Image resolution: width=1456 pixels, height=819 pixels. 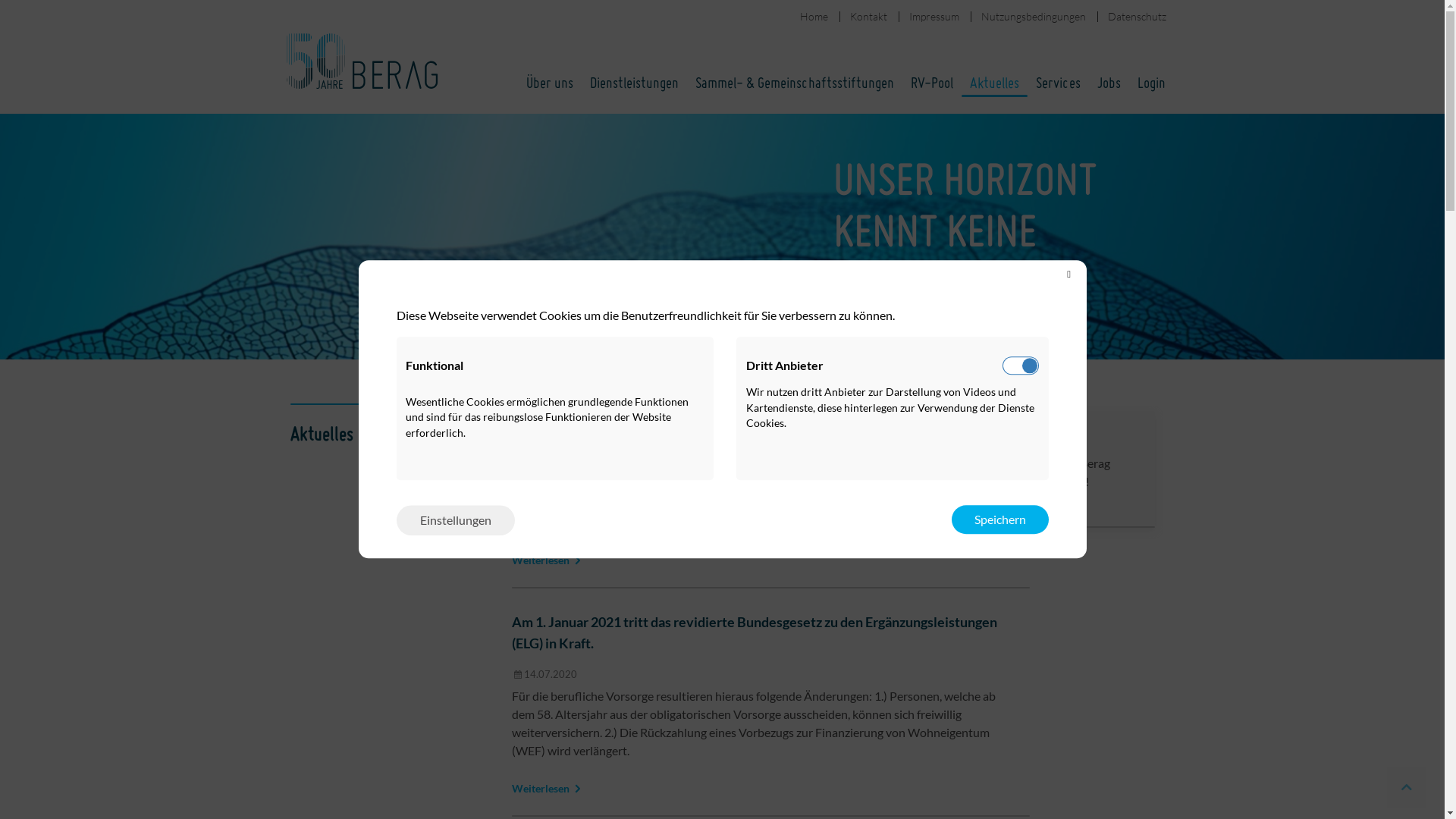 I want to click on 'Jobs, so click(x=1092, y=468).